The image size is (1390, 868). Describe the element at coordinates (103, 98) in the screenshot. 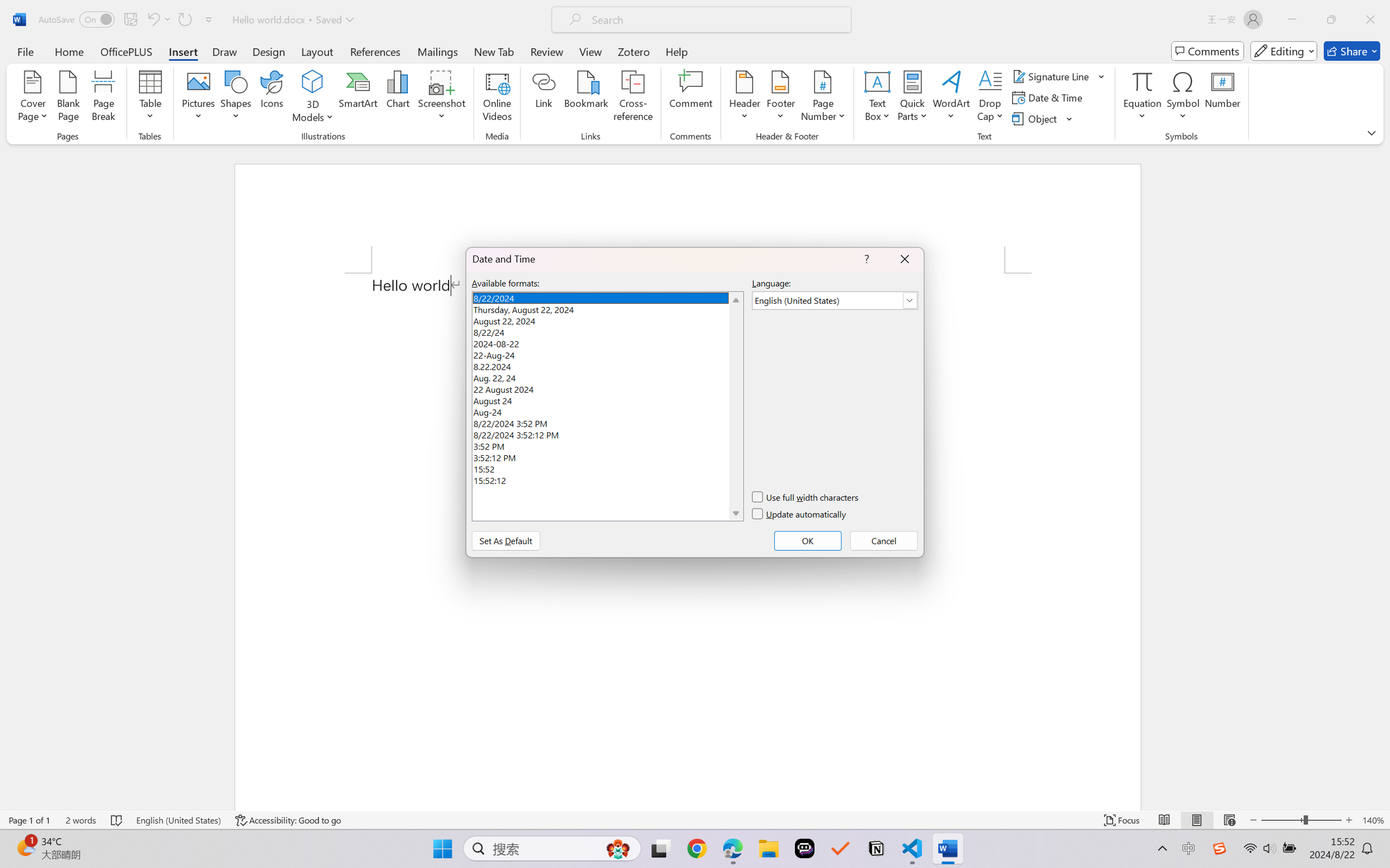

I see `'Page Break'` at that location.